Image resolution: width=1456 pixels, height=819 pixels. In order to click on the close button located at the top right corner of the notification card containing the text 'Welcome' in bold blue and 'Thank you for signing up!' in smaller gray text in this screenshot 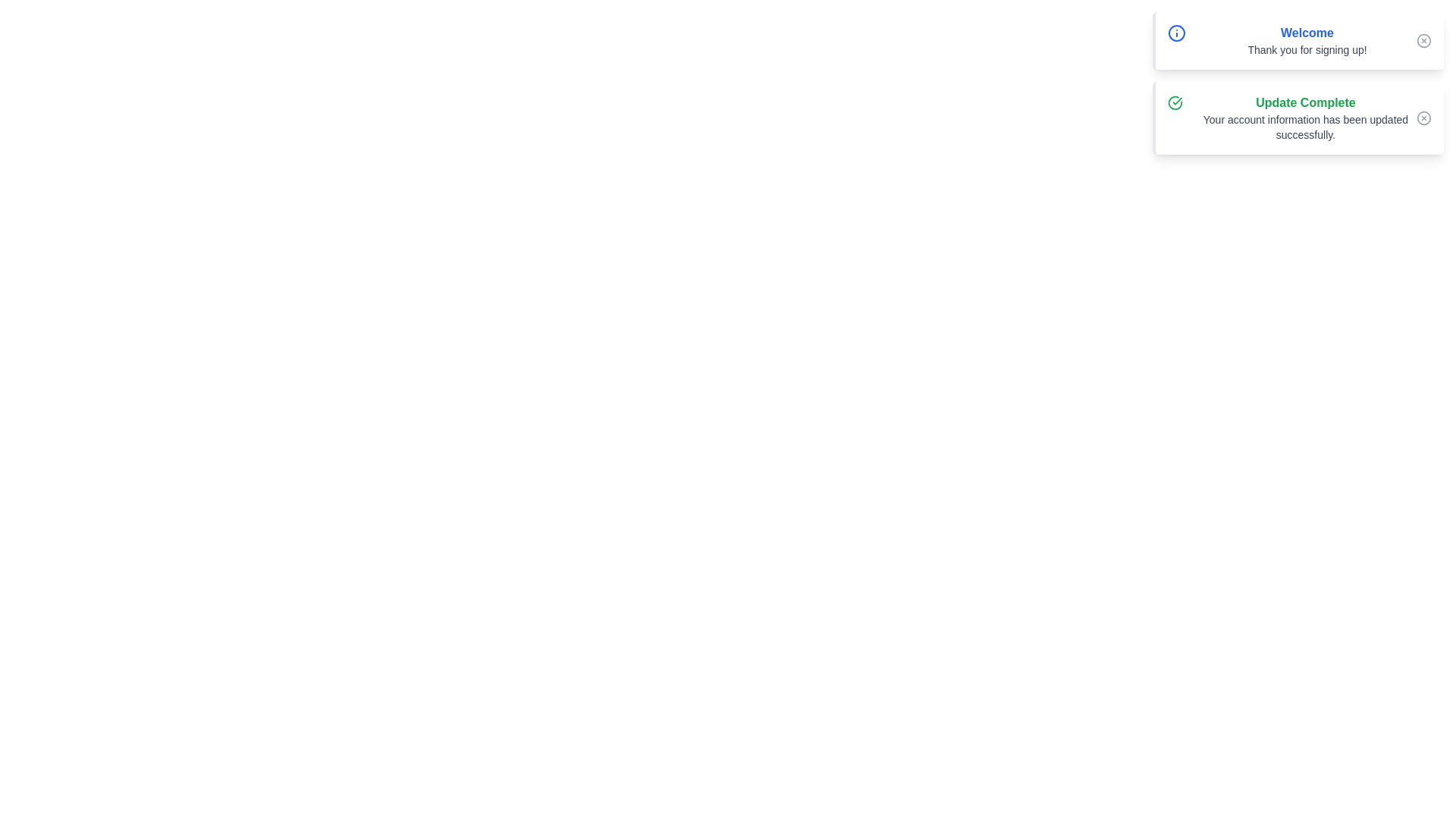, I will do `click(1423, 40)`.